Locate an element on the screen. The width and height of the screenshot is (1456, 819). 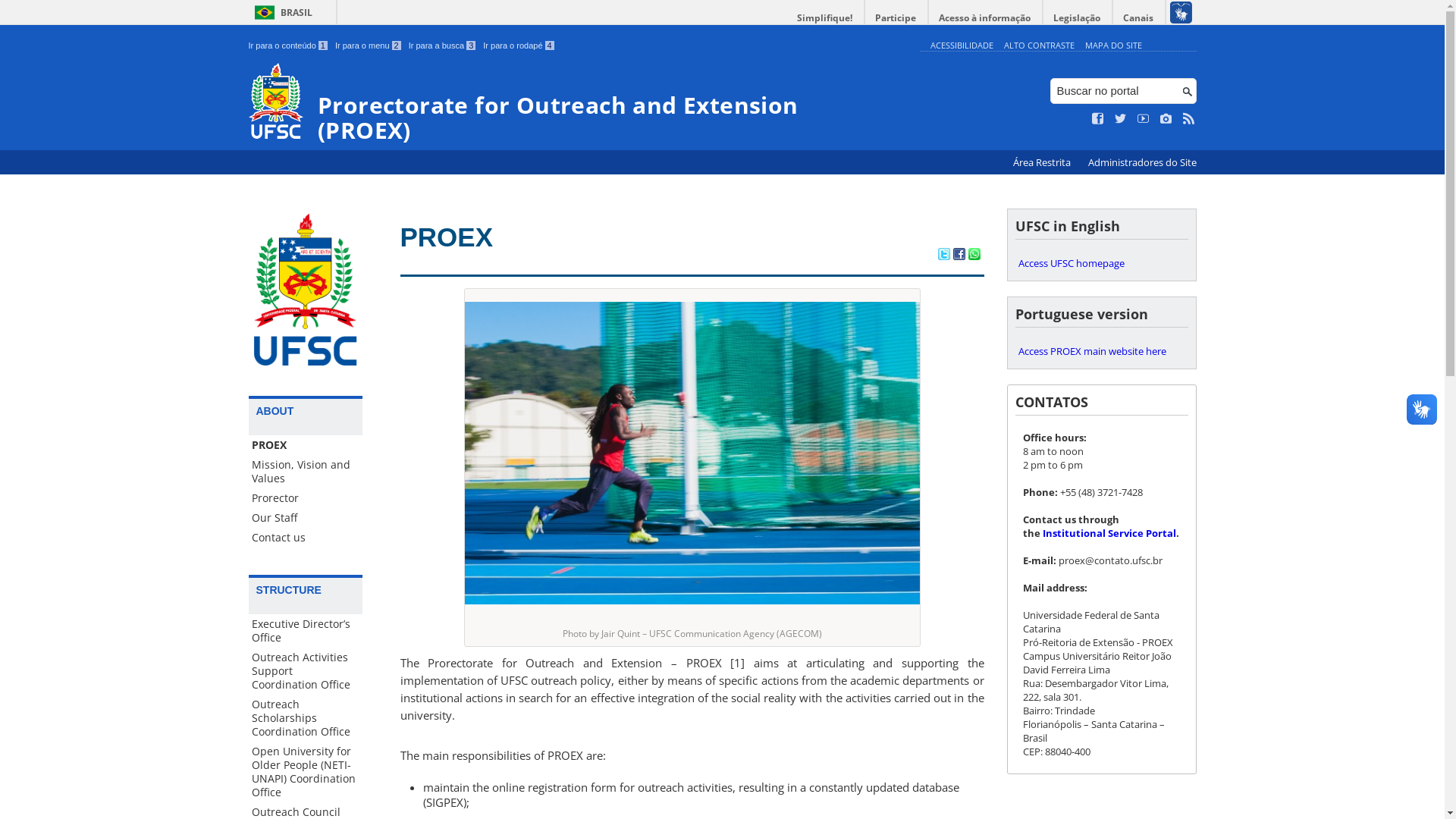
'Access PROEX main website here' is located at coordinates (1015, 350).